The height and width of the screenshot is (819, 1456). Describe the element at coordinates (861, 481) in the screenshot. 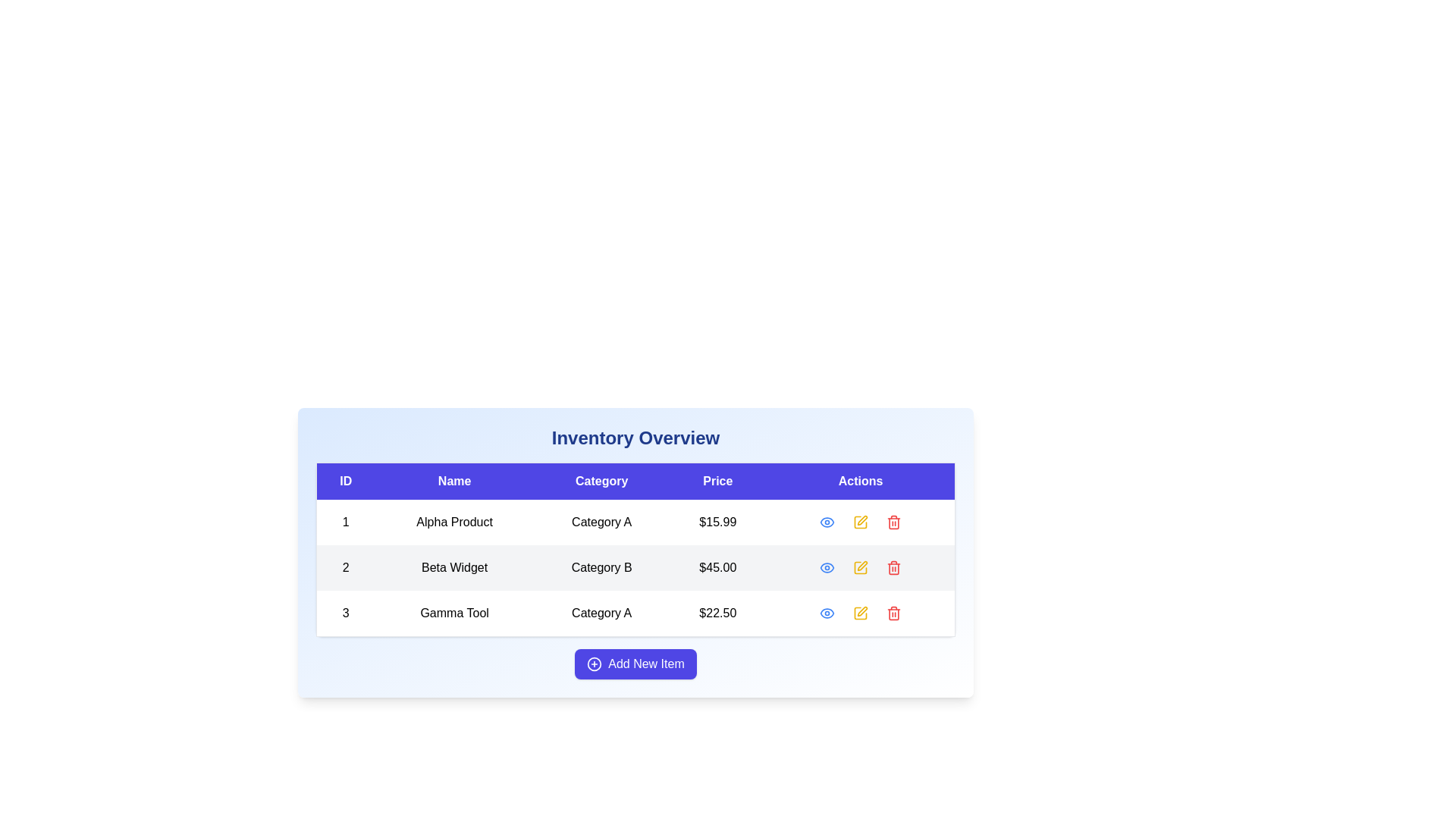

I see `the 'Actions' column header cell in the table, which is the rightmost header located at the last position of the header row` at that location.